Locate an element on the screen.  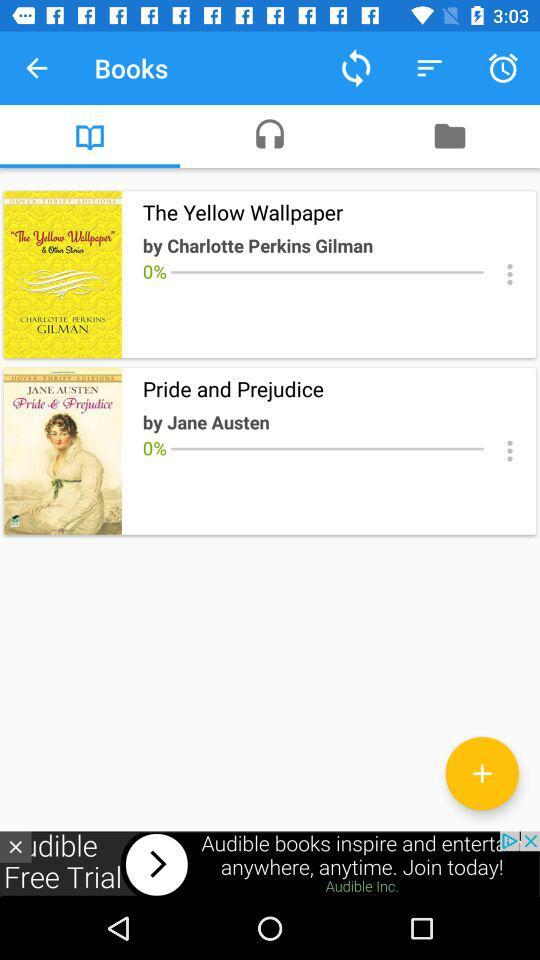
clickable advertisement is located at coordinates (270, 863).